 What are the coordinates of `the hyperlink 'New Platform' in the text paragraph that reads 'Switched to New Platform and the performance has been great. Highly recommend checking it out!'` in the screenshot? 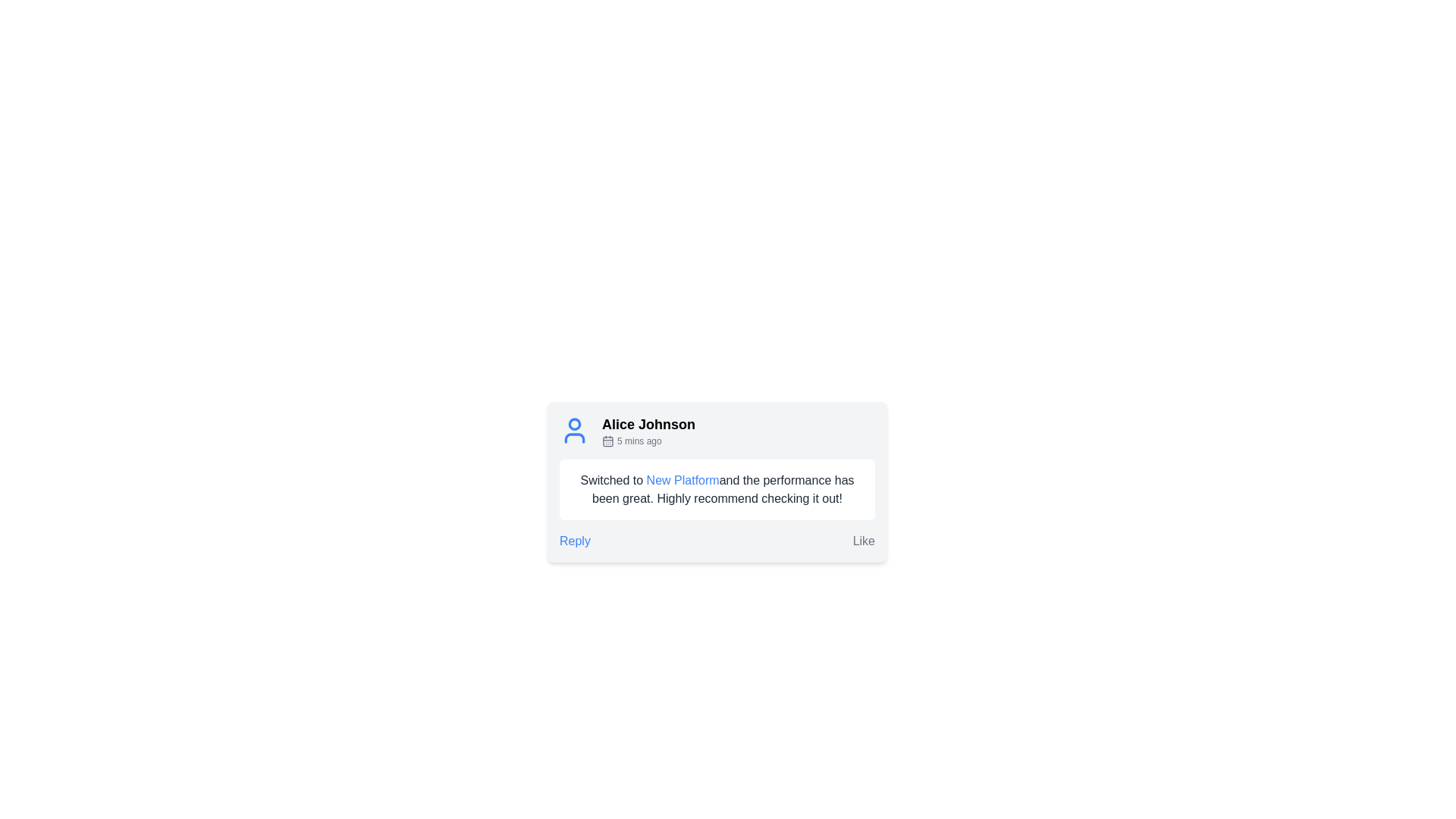 It's located at (716, 489).